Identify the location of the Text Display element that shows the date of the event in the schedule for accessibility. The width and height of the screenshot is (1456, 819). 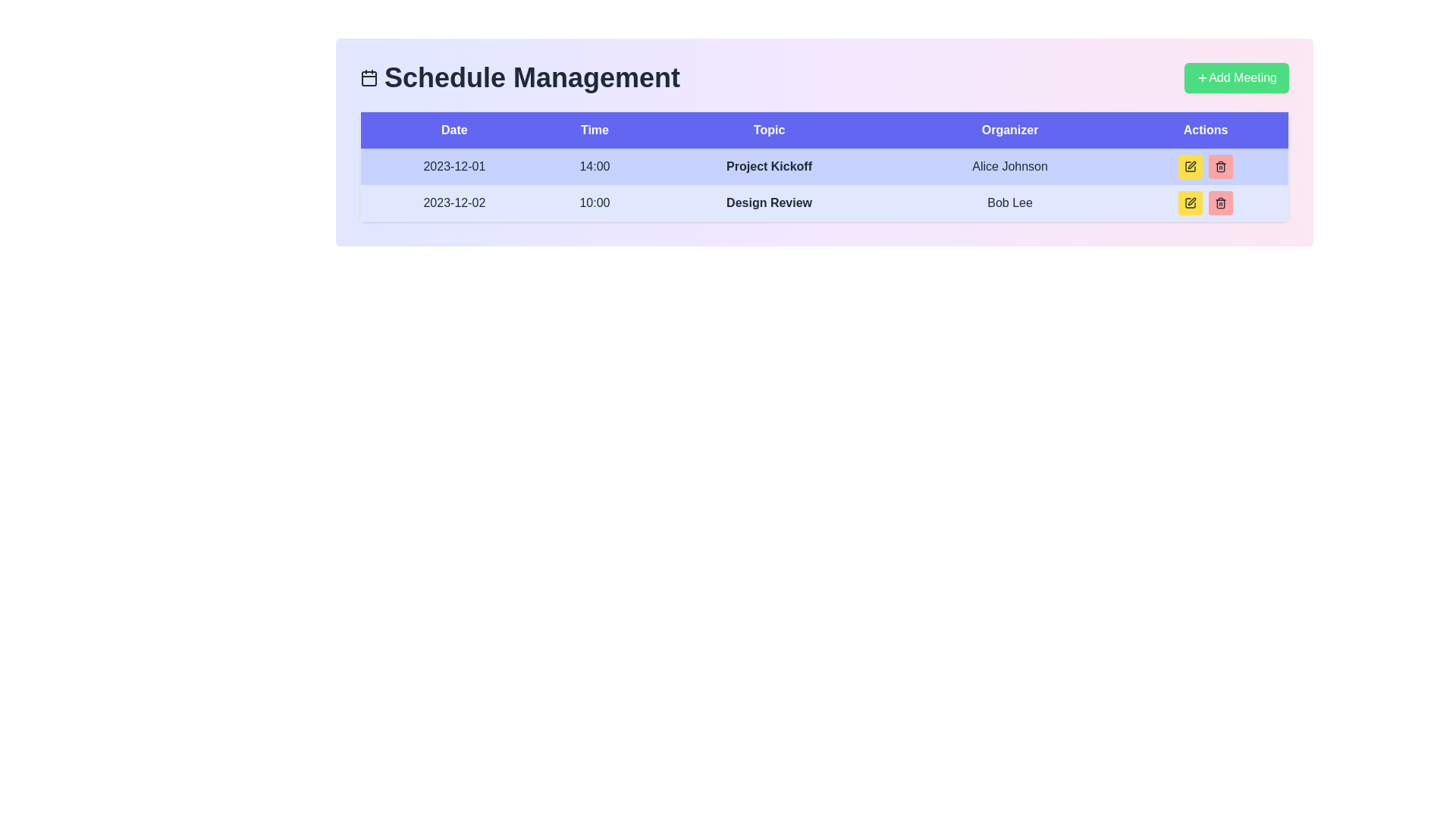
(453, 166).